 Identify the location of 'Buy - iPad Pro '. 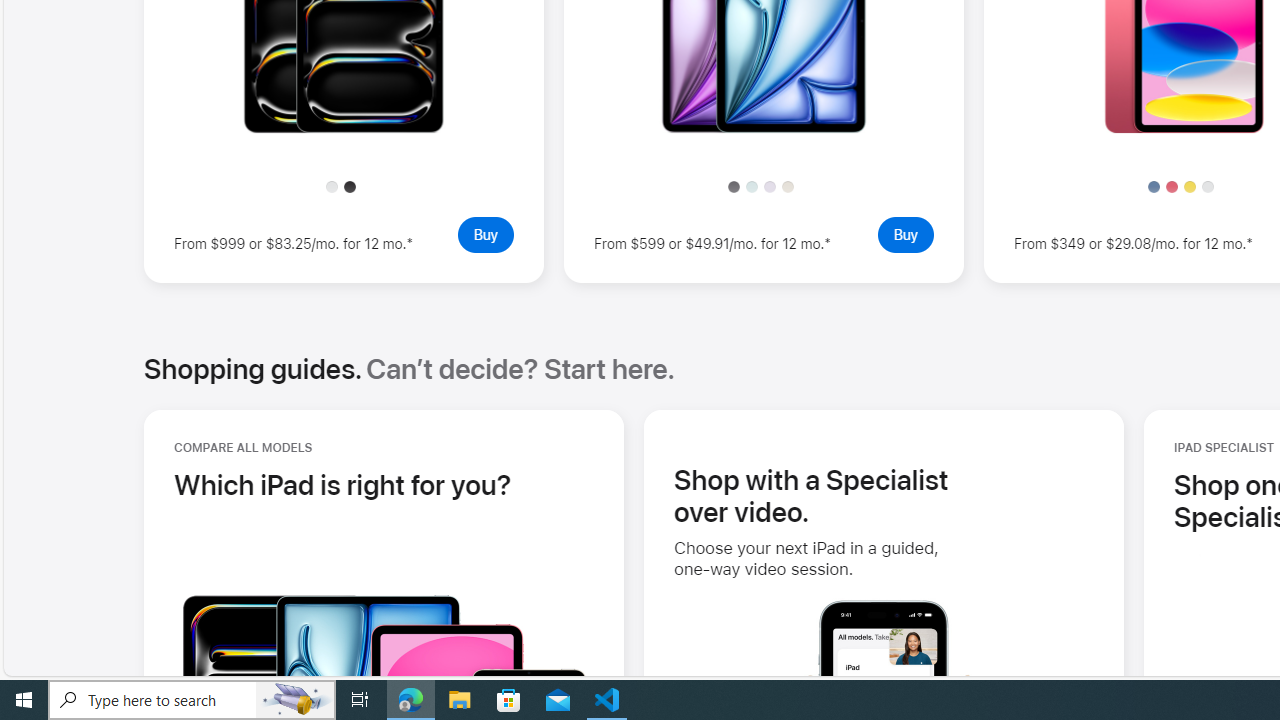
(485, 233).